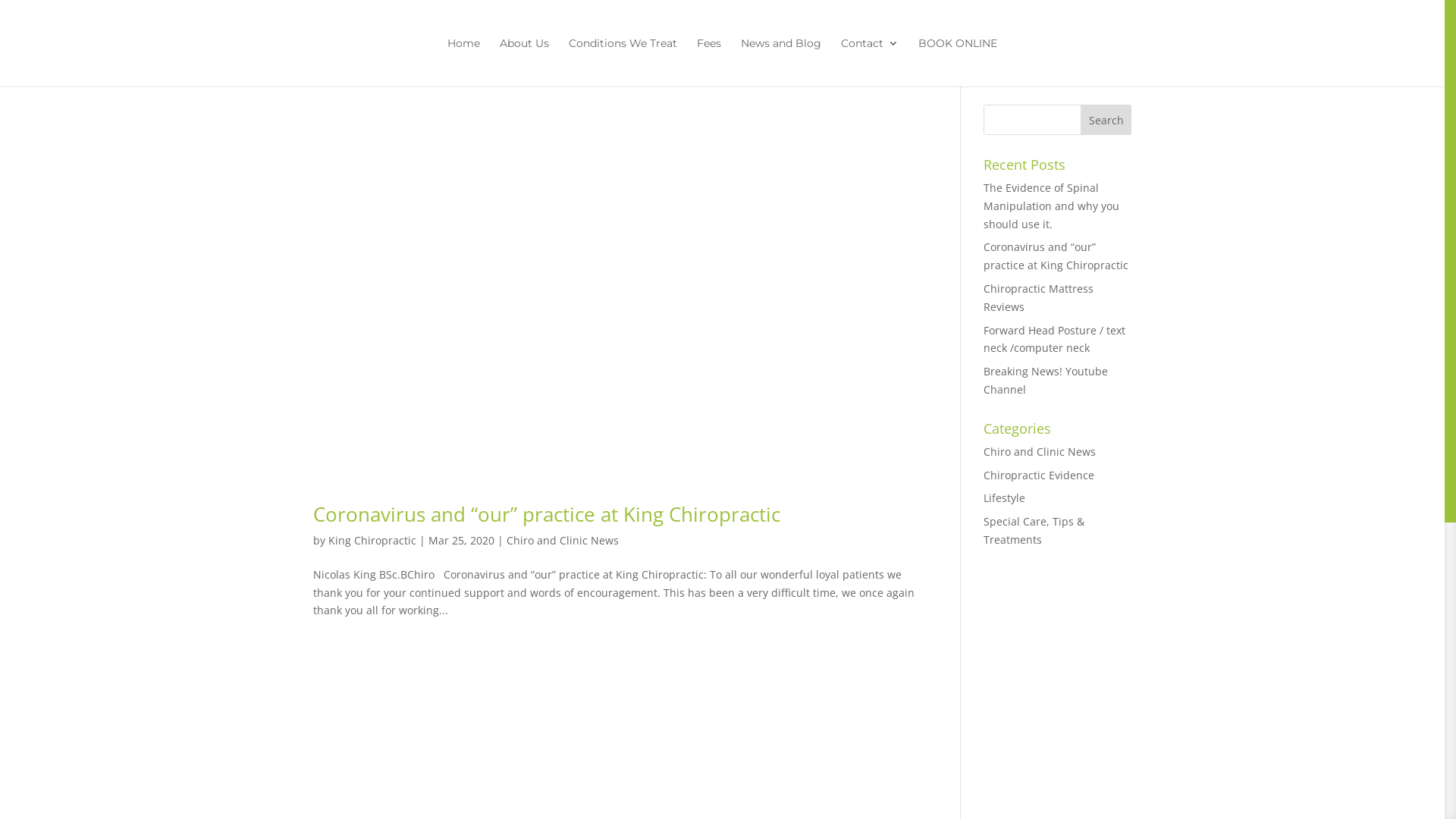 The image size is (1456, 819). I want to click on 'Breaking News! Youtube Channel', so click(1044, 379).